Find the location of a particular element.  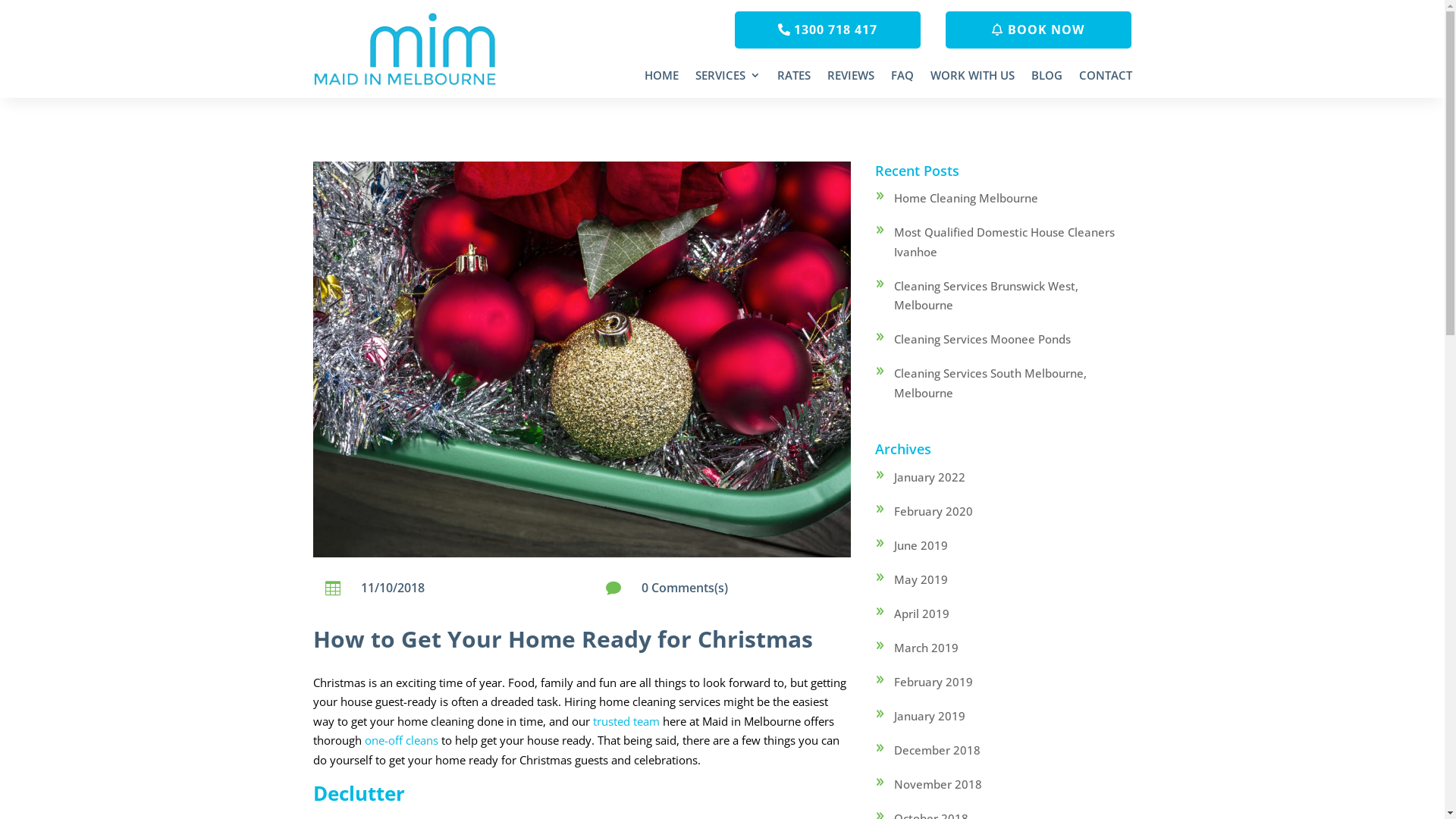

'Home Cleaning Melbourne' is located at coordinates (965, 197).